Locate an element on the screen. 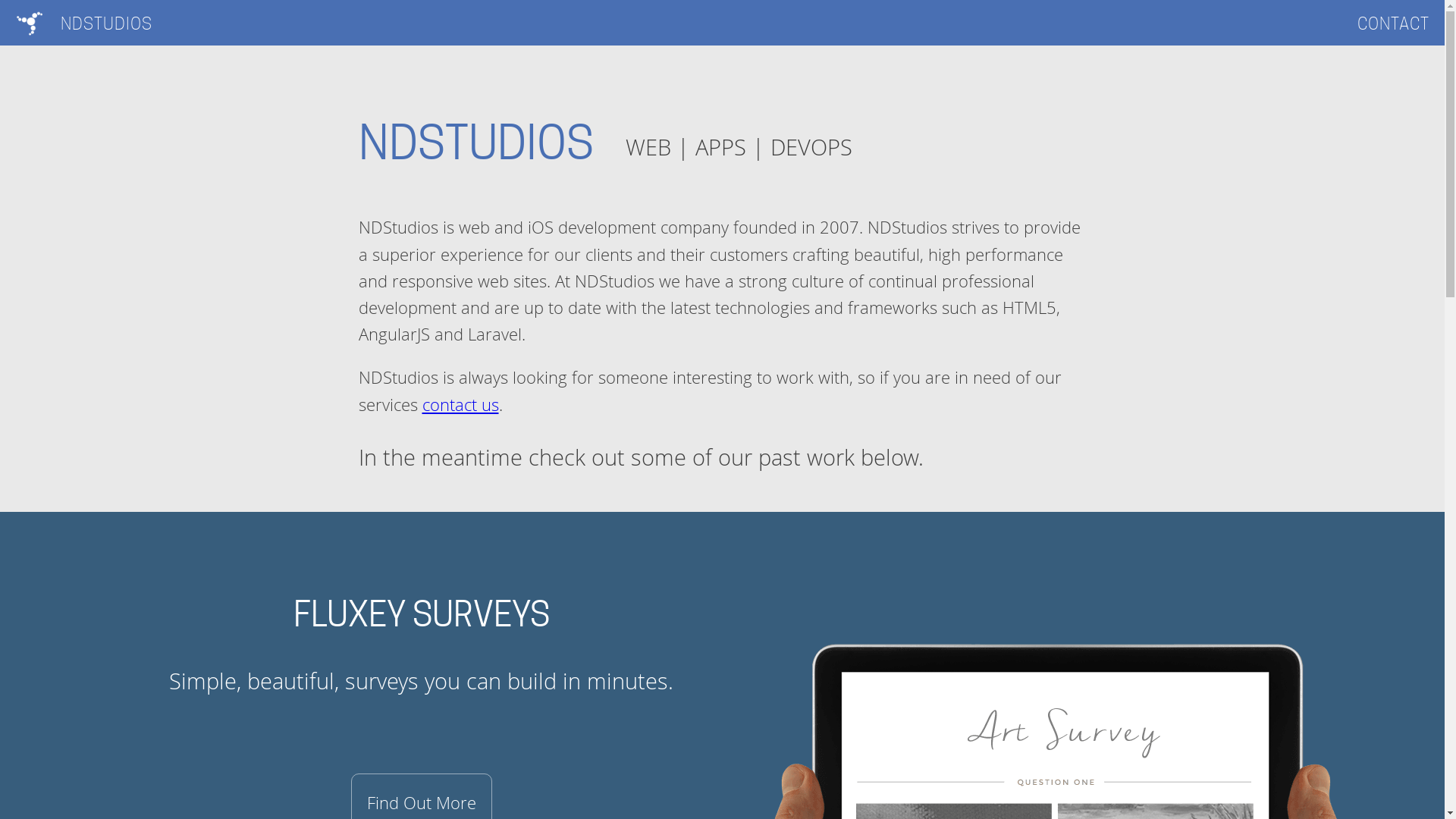 The width and height of the screenshot is (1456, 819). 'contact us' is located at coordinates (459, 403).